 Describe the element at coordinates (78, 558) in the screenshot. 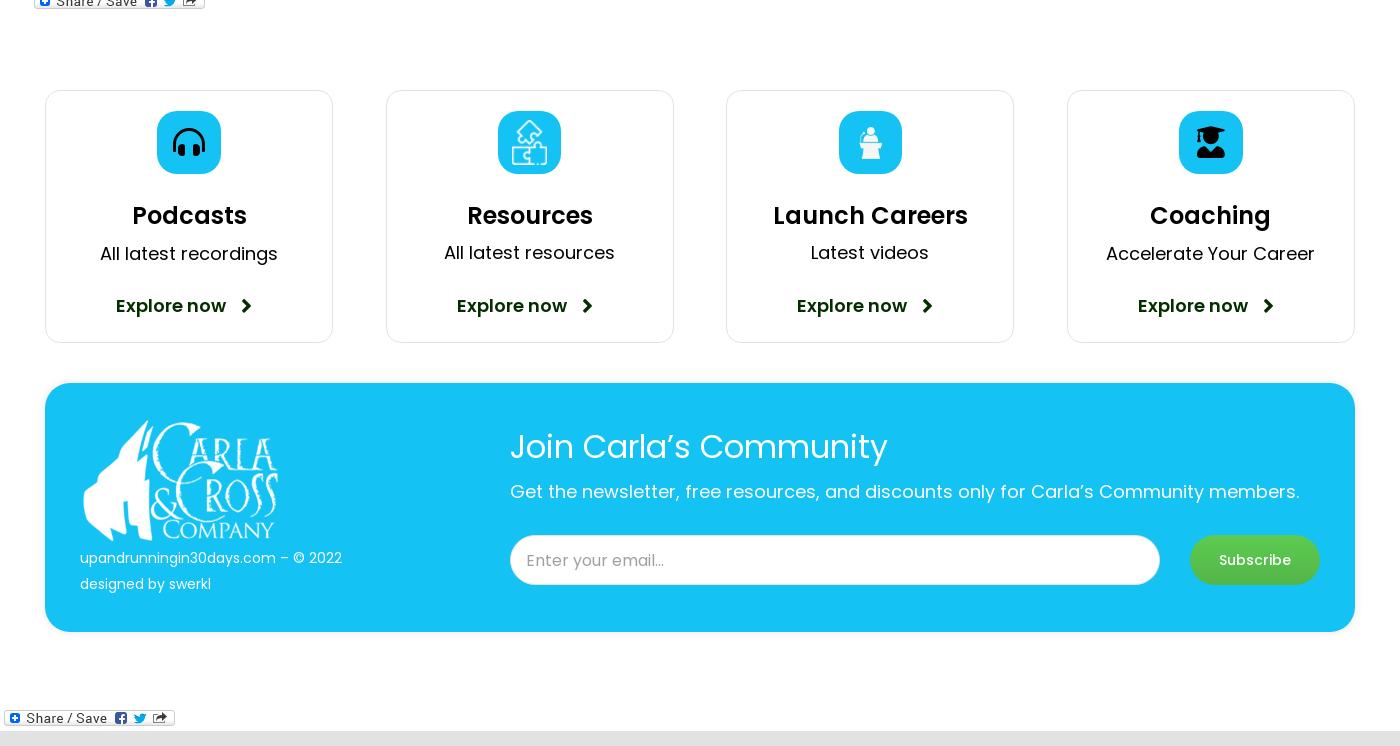

I see `'upandrunningin30days.com – © 2022'` at that location.